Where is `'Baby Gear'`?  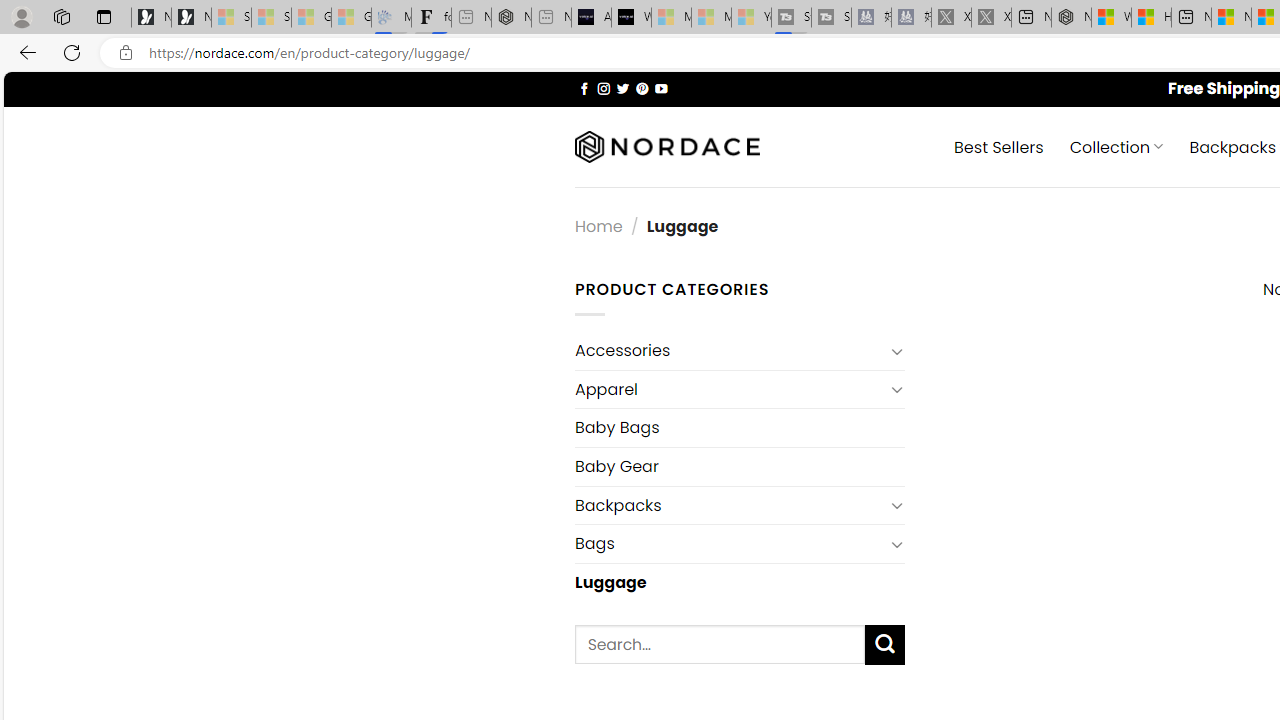 'Baby Gear' is located at coordinates (738, 465).